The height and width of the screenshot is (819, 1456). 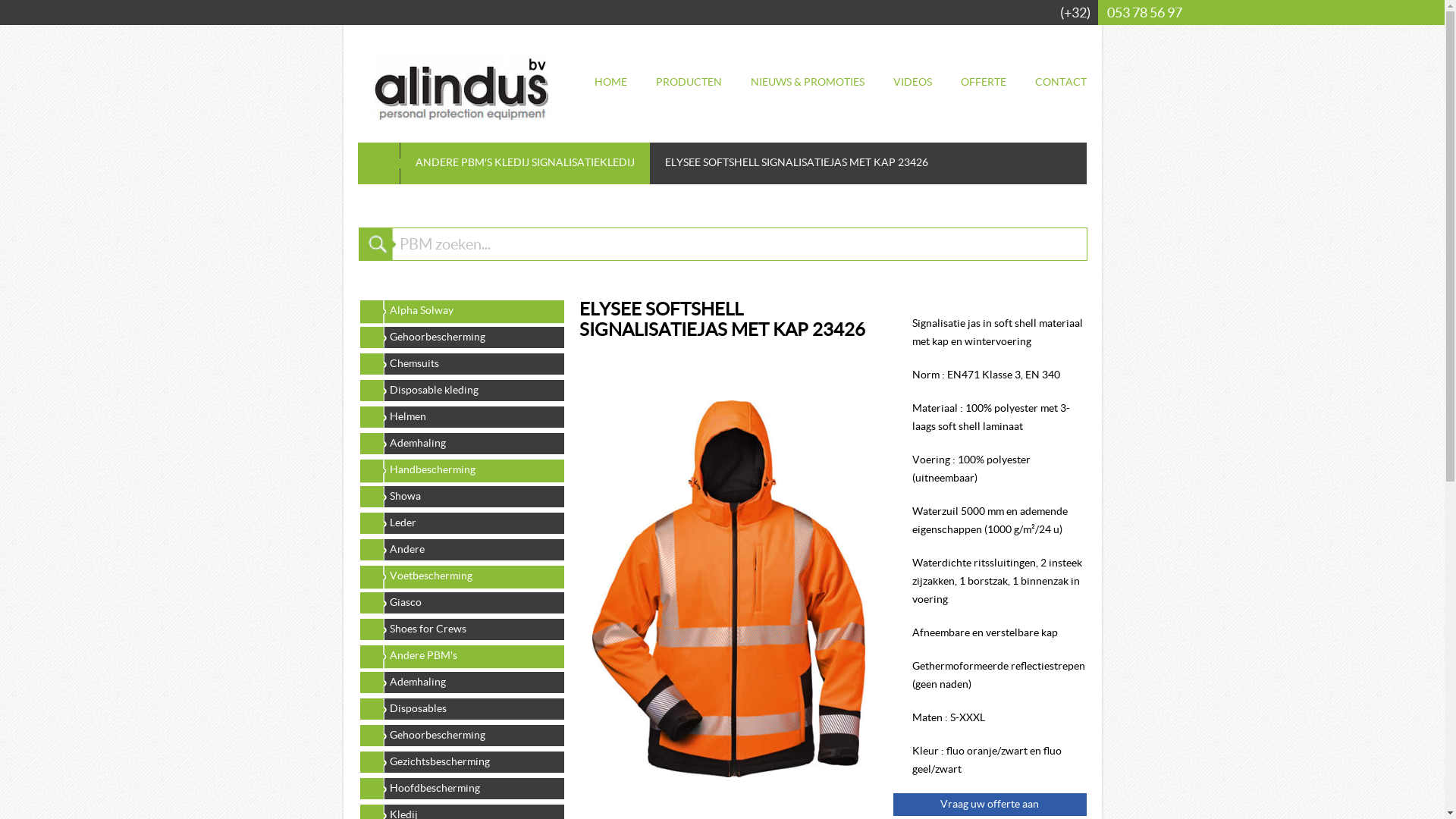 What do you see at coordinates (453, 162) in the screenshot?
I see `'ANDERE PBM'S'` at bounding box center [453, 162].